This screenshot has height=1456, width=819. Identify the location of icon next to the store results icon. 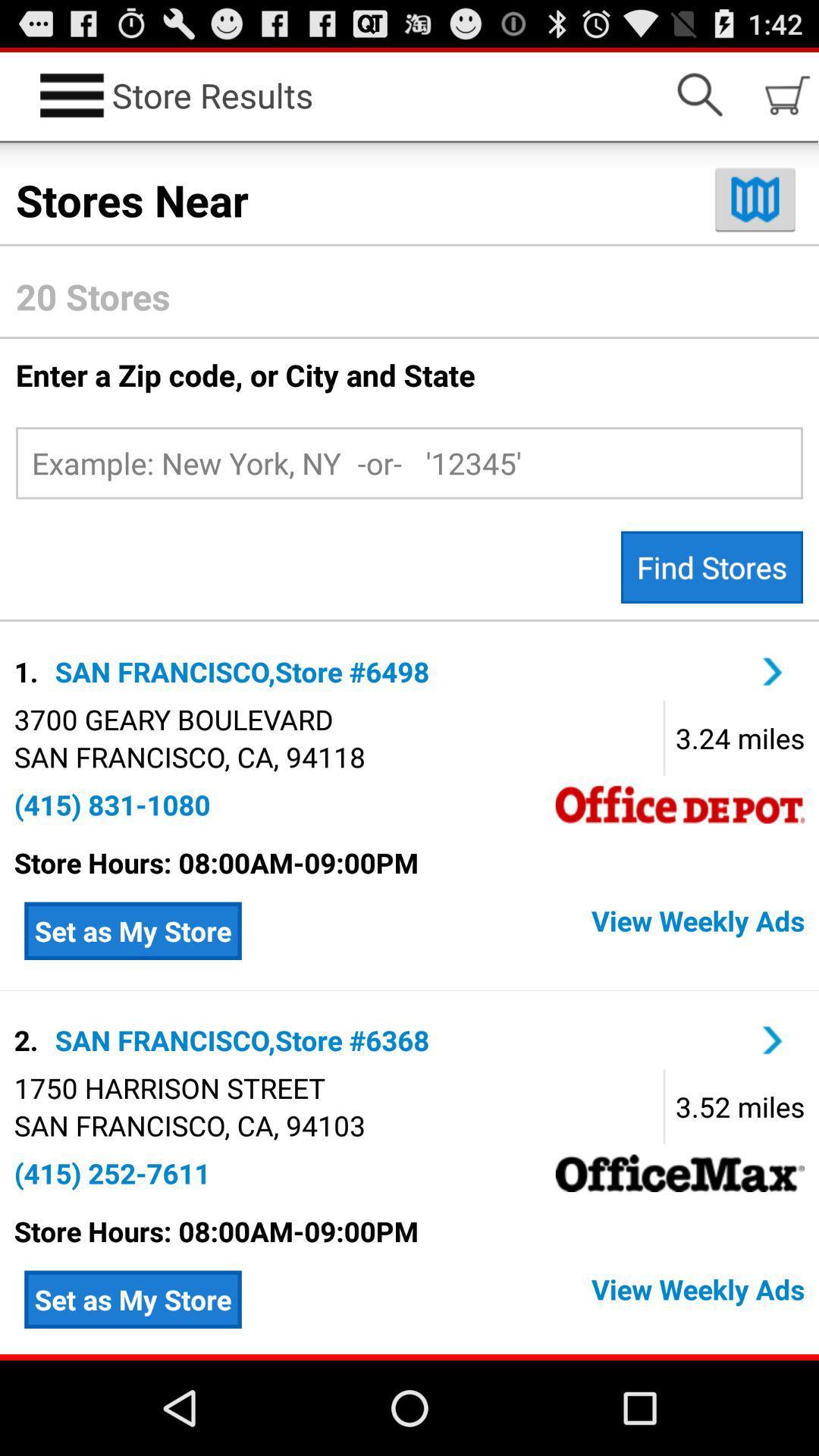
(699, 94).